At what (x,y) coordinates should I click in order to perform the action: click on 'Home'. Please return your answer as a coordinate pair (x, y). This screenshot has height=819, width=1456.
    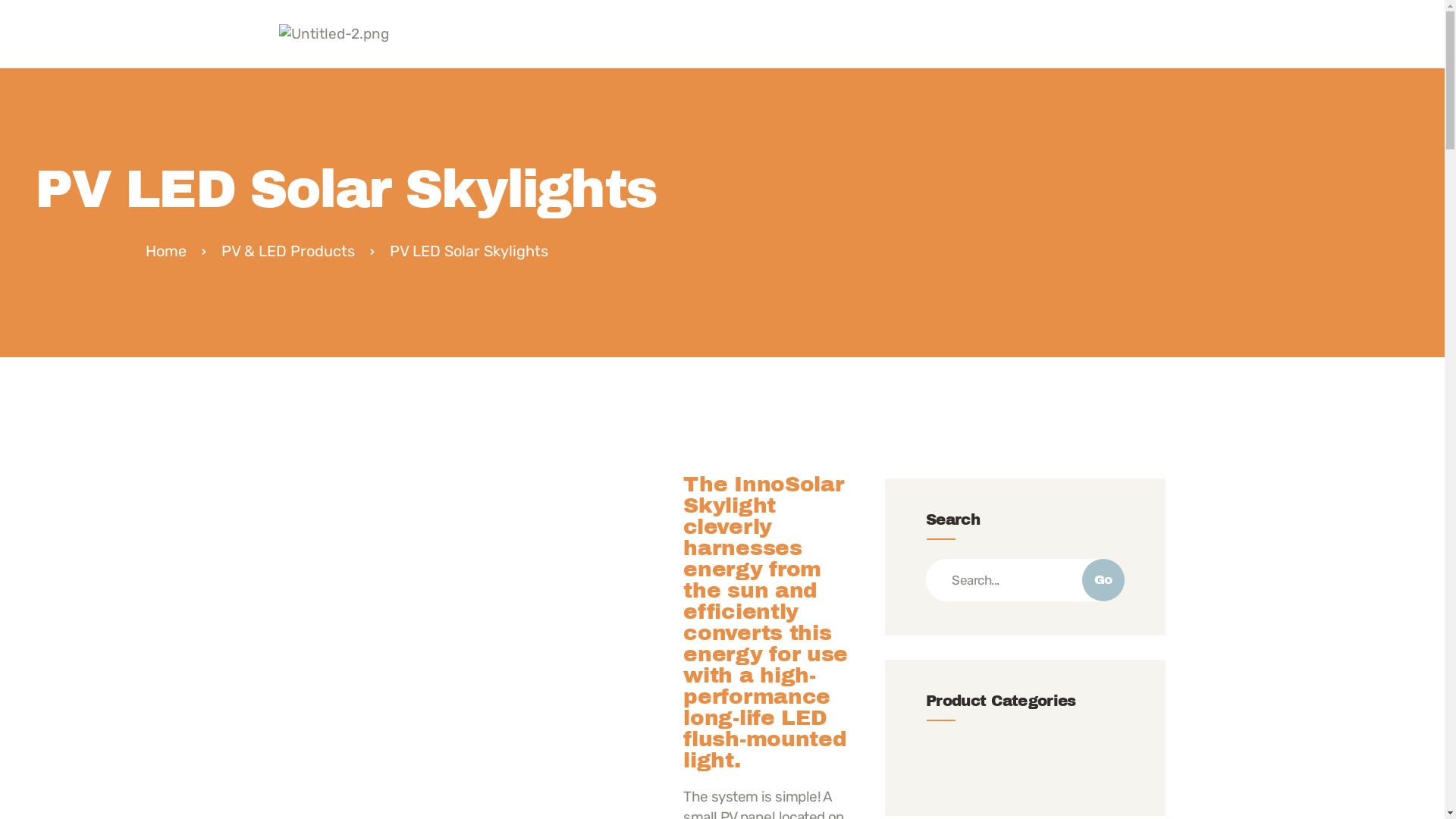
    Looking at the image, I should click on (166, 250).